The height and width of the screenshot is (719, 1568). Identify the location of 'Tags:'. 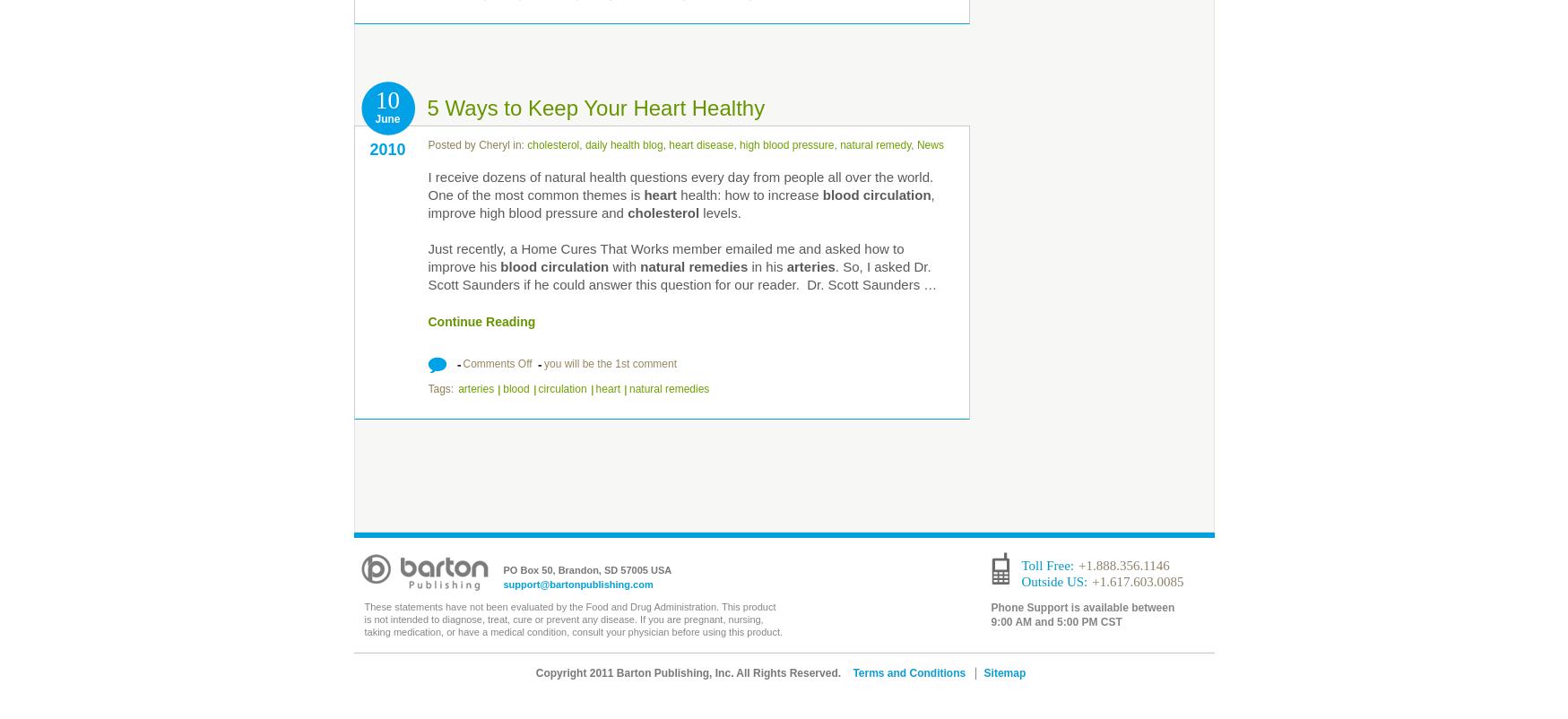
(440, 388).